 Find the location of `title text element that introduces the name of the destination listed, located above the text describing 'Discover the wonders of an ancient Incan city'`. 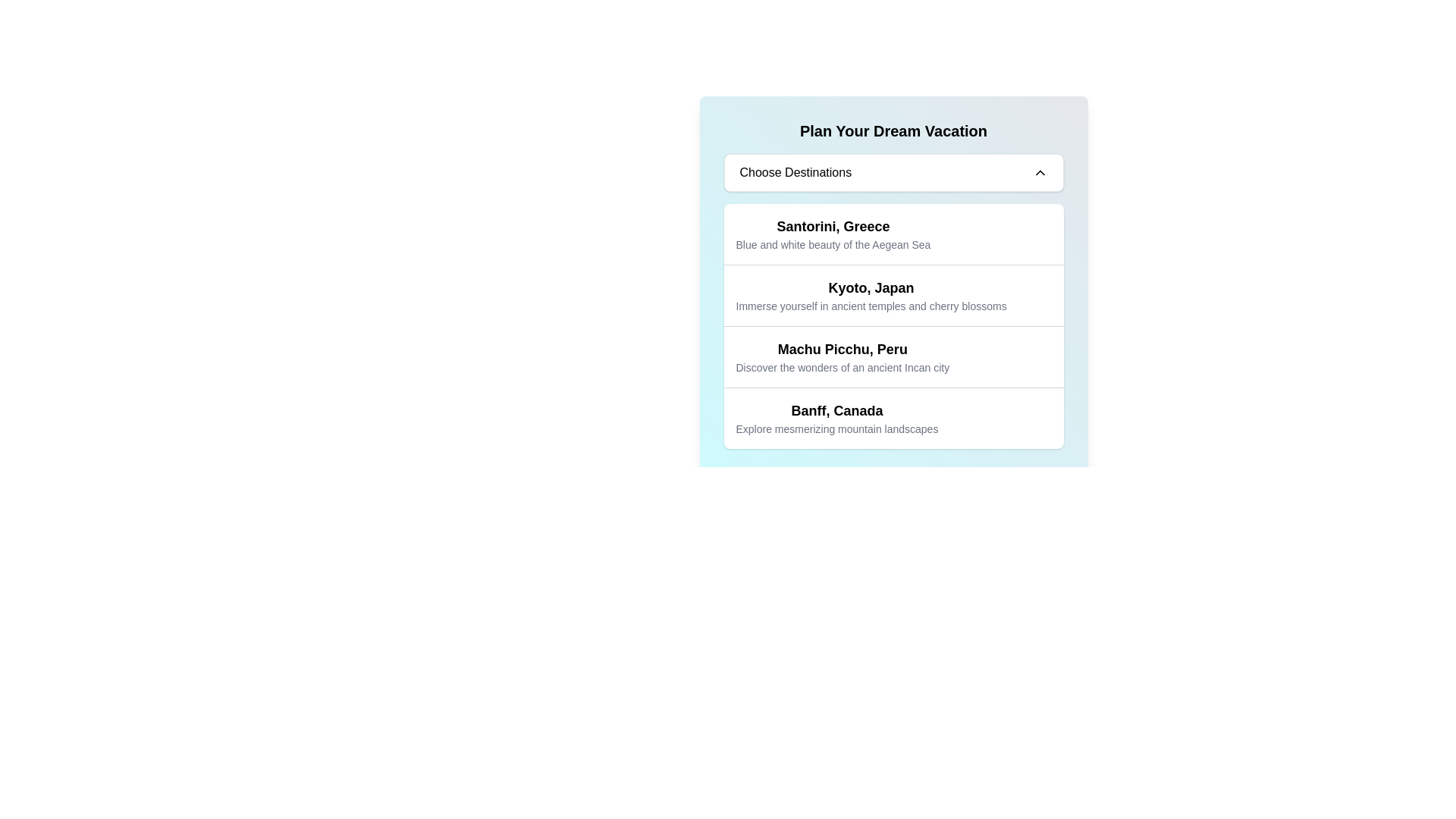

title text element that introduces the name of the destination listed, located above the text describing 'Discover the wonders of an ancient Incan city' is located at coordinates (842, 350).